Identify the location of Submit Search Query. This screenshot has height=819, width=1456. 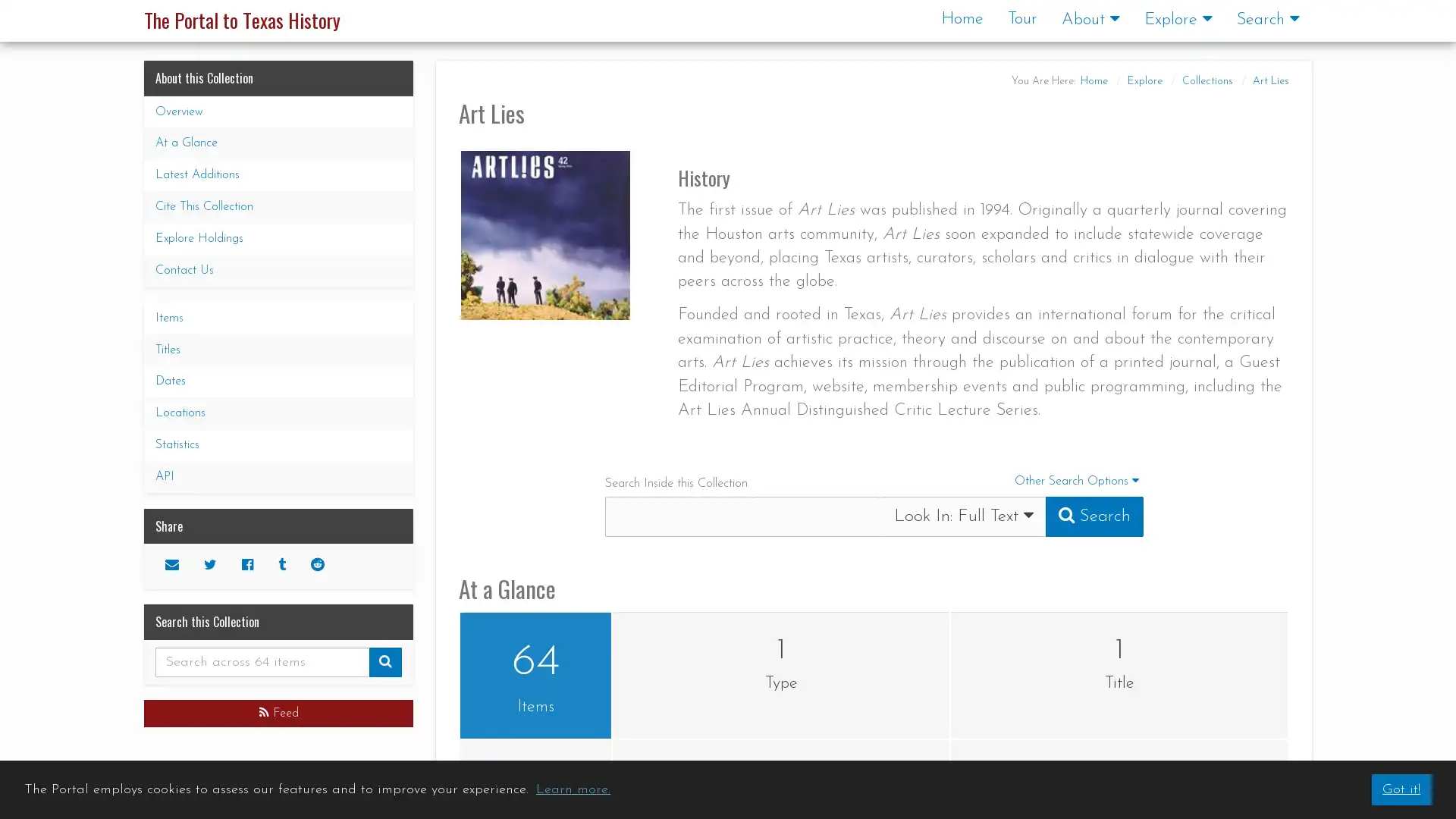
(1094, 516).